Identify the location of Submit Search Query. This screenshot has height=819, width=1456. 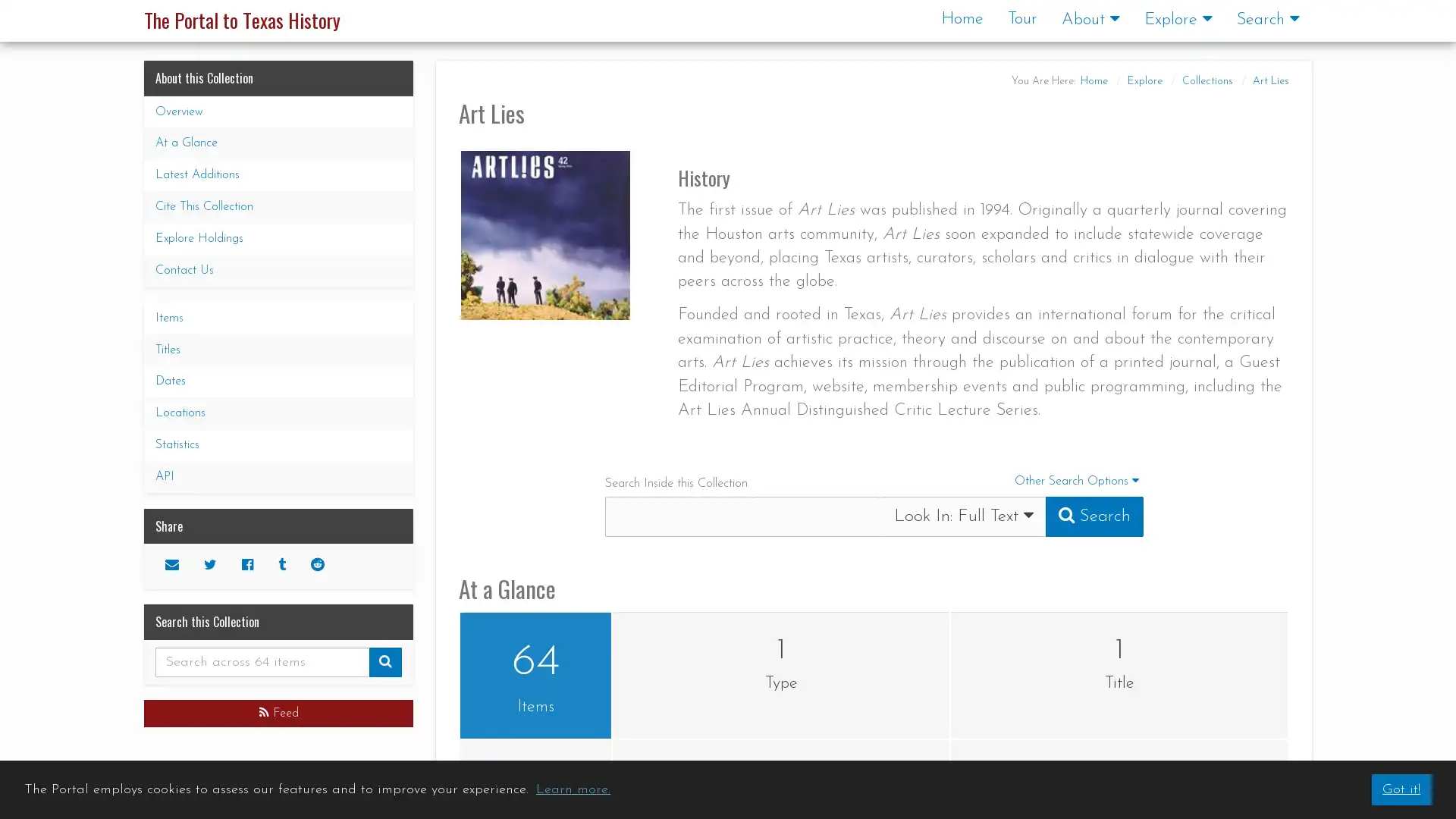
(1094, 516).